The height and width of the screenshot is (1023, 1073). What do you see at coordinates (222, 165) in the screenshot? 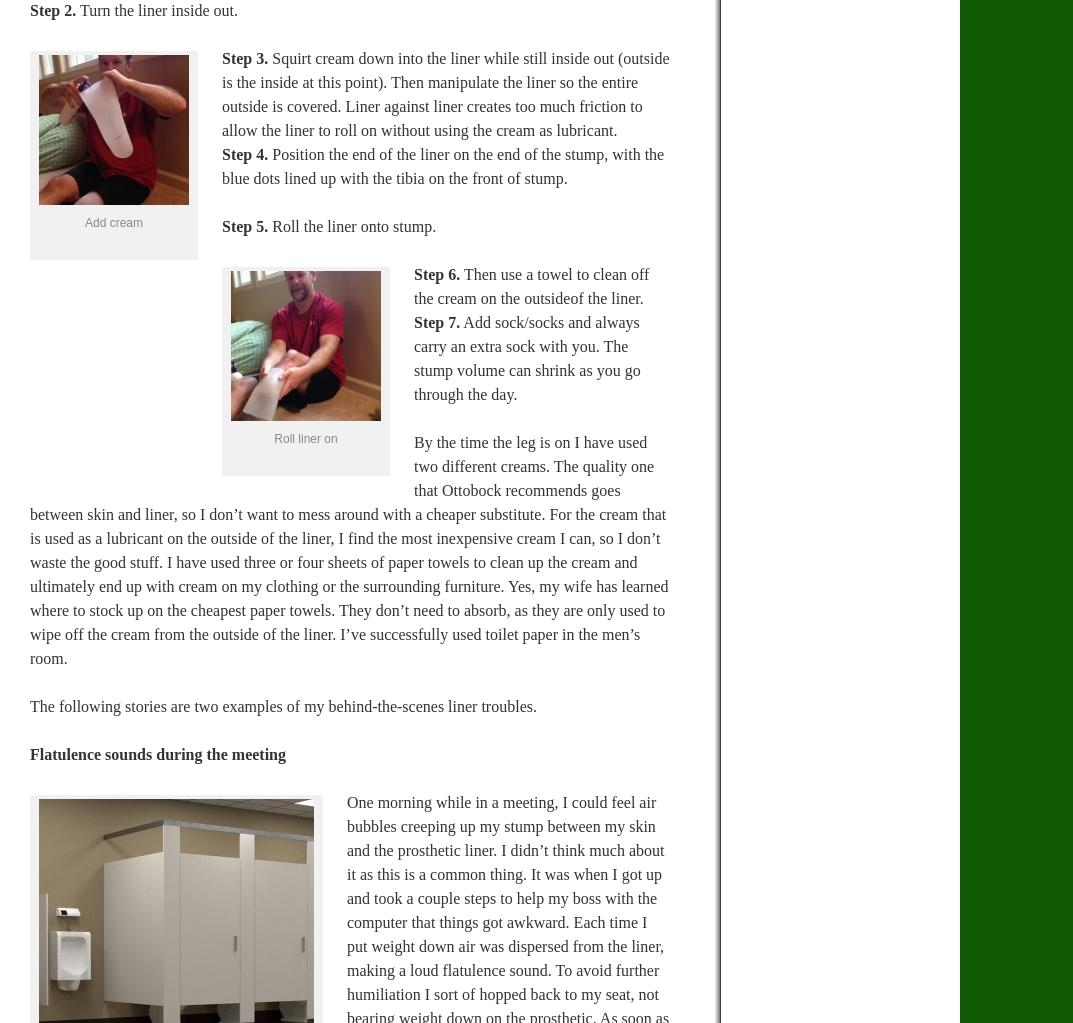
I see `'Position the end of the liner on the end of the stump, with the blue dots lined up with the tibia on the front of stump.'` at bounding box center [222, 165].